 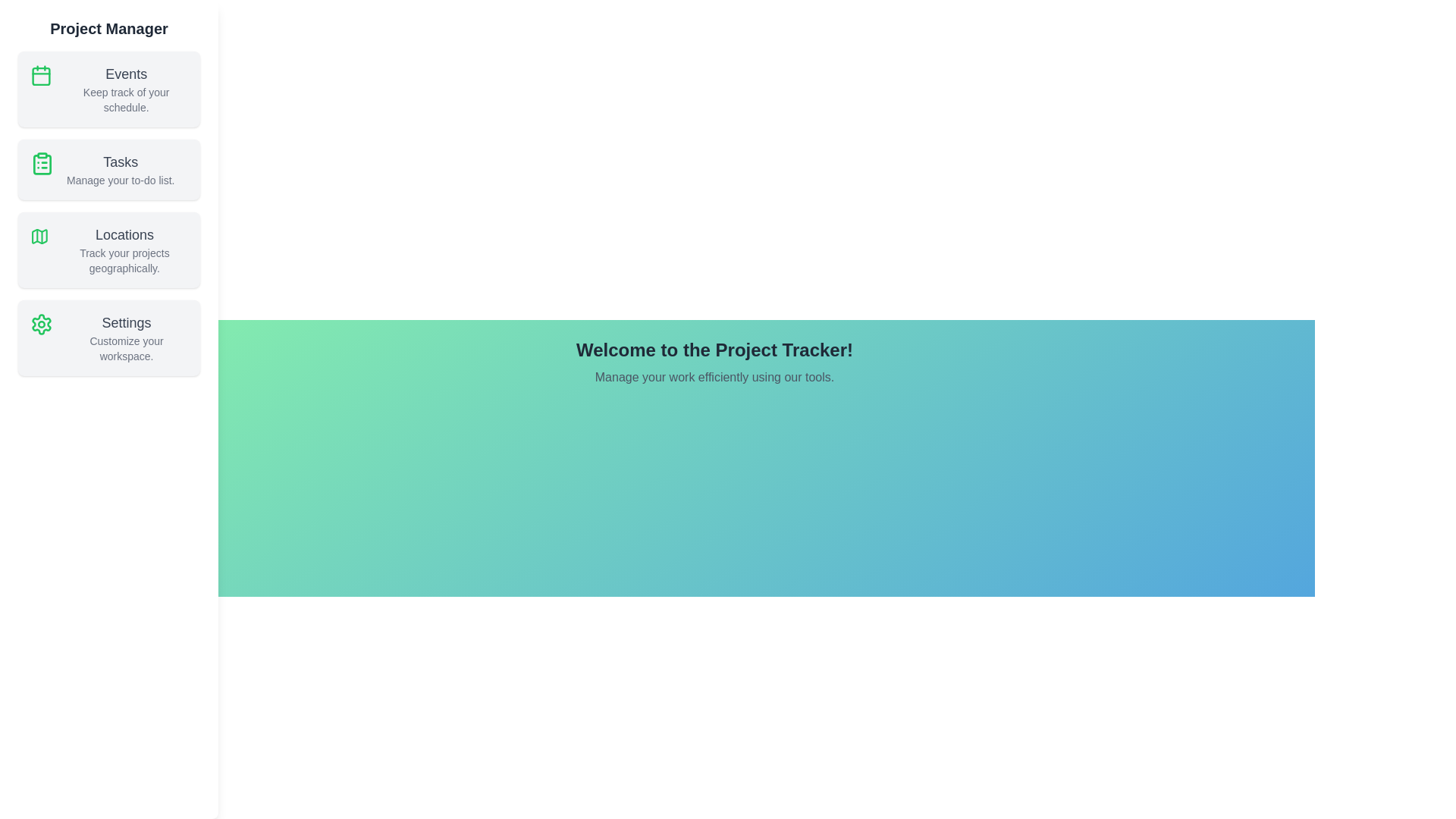 What do you see at coordinates (108, 337) in the screenshot?
I see `the sidebar section corresponding to Settings to preview its description` at bounding box center [108, 337].